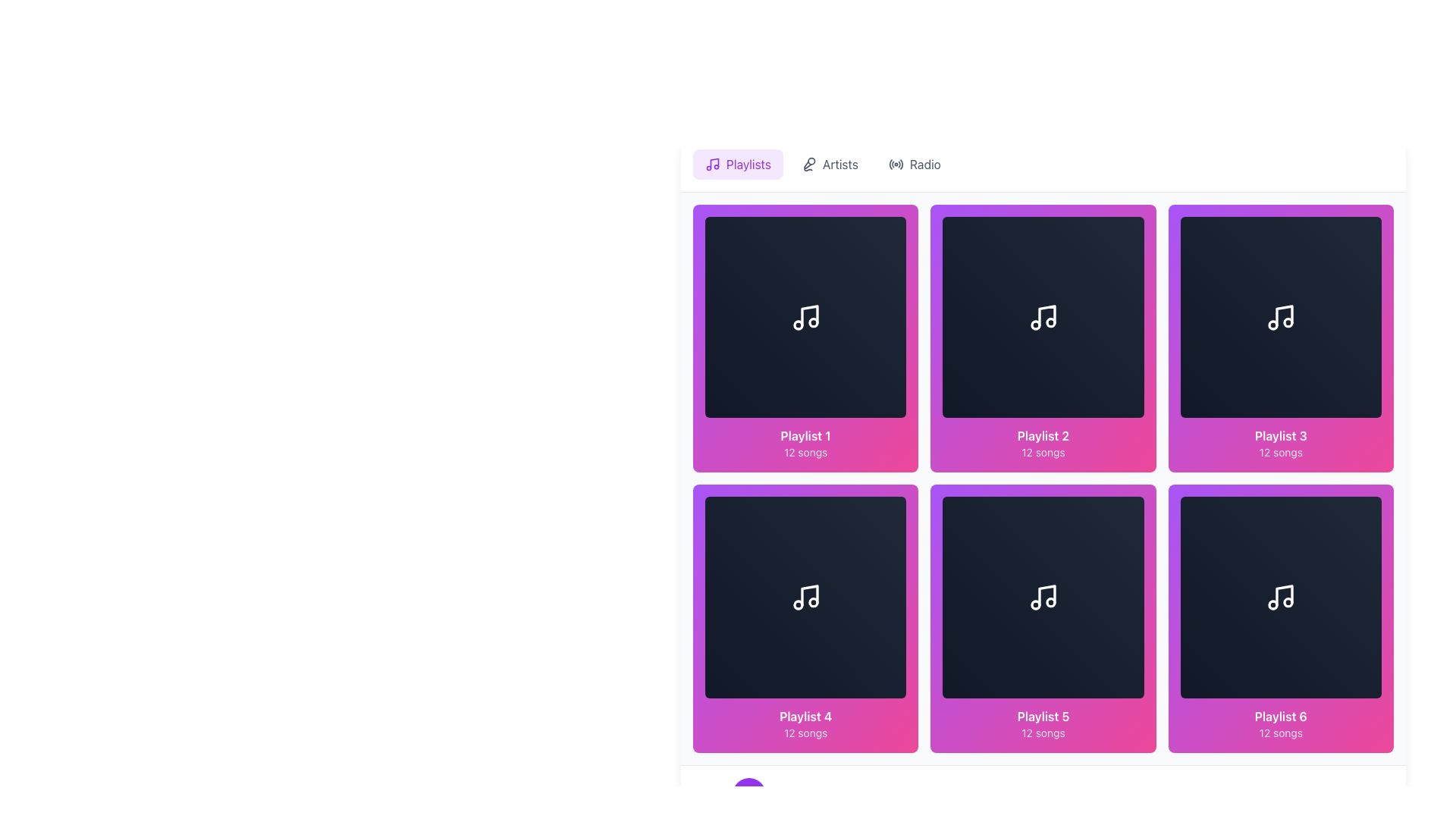 This screenshot has width=1456, height=819. I want to click on the text label that serves as a navigation option related to artists, located between 'Playlists' and 'Radio', so click(839, 164).